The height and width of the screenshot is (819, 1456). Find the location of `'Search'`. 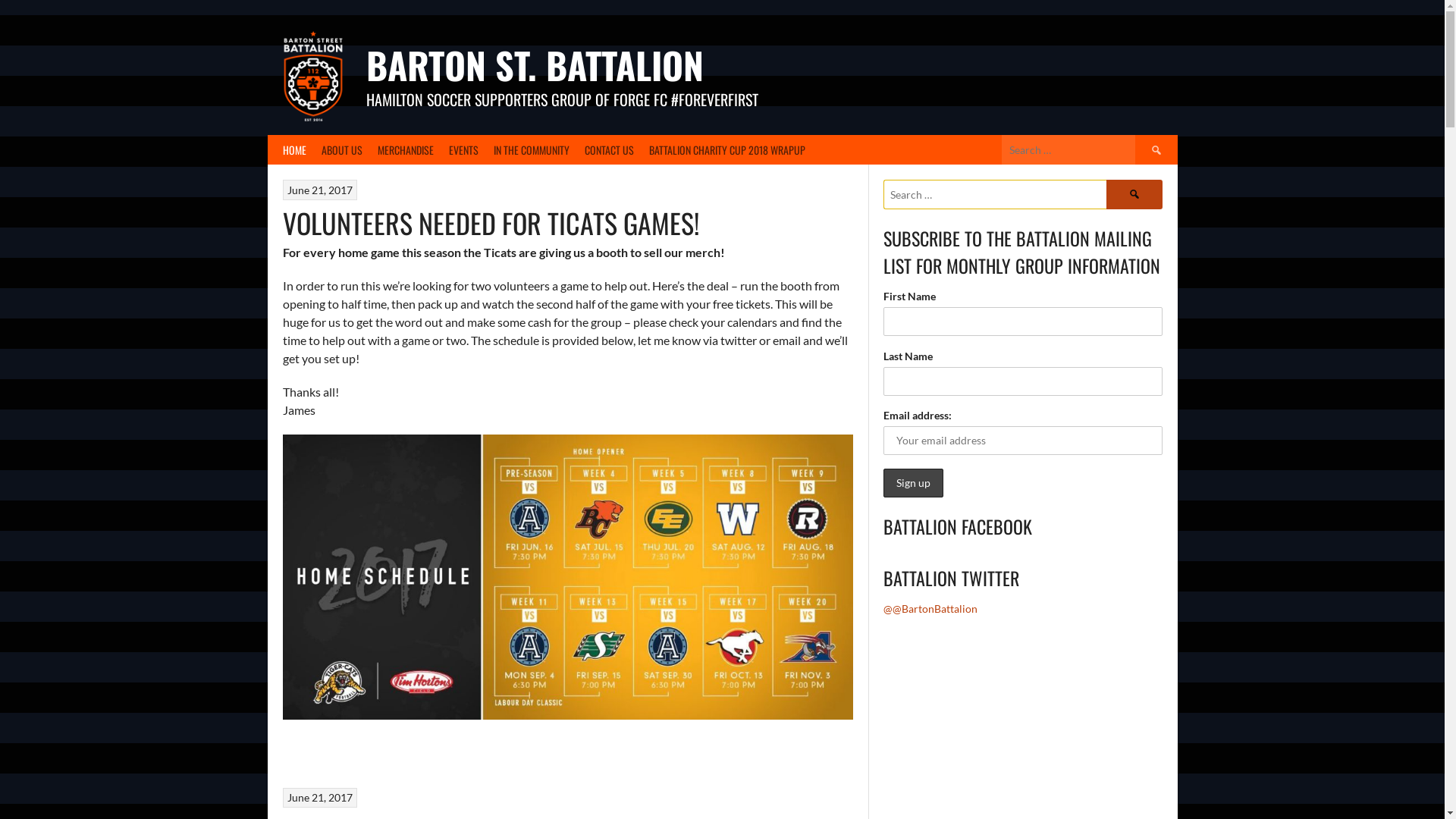

'Search' is located at coordinates (1134, 193).